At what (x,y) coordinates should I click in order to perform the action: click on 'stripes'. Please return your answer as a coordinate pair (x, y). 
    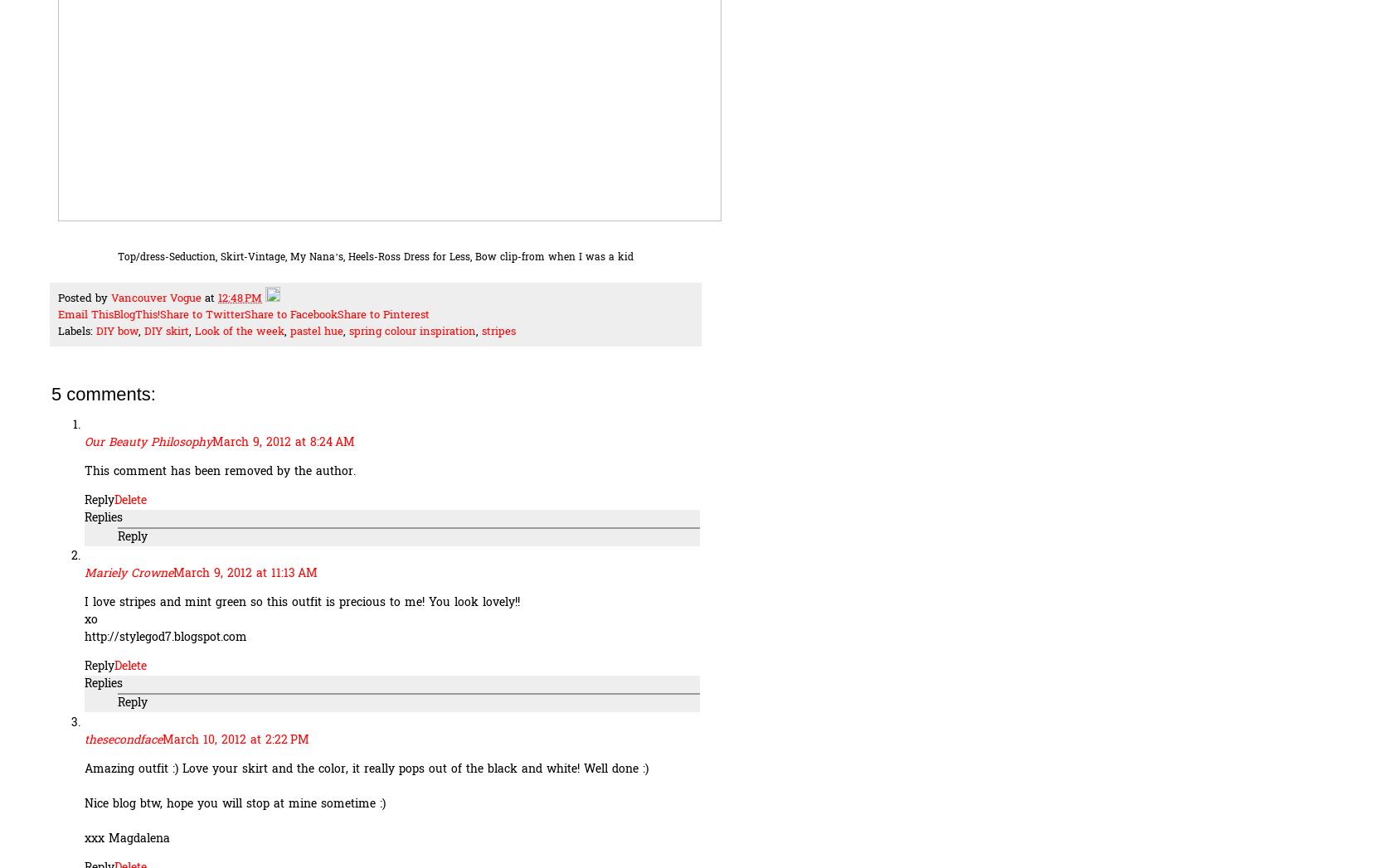
    Looking at the image, I should click on (498, 332).